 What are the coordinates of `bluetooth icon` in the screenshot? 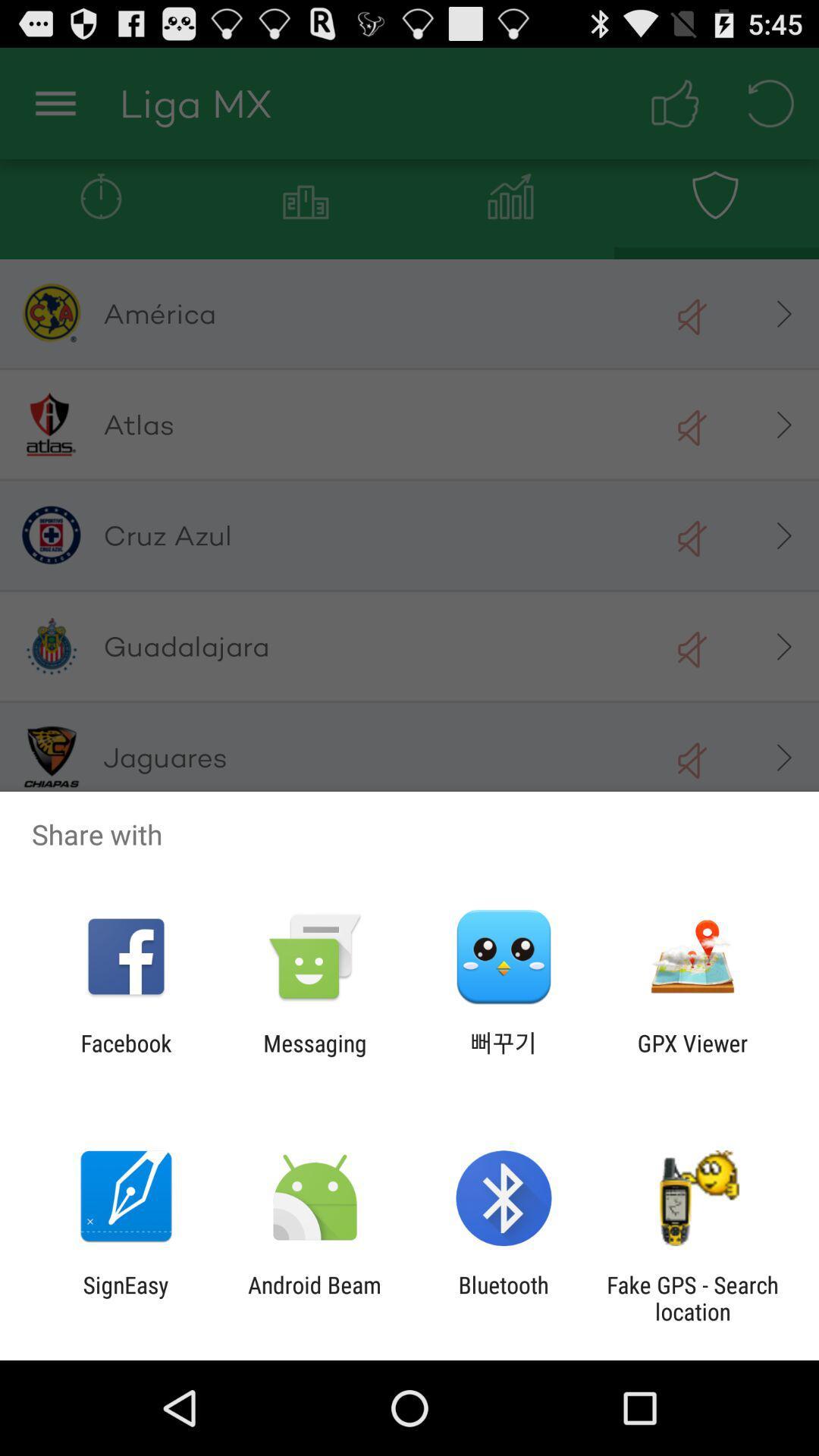 It's located at (504, 1298).